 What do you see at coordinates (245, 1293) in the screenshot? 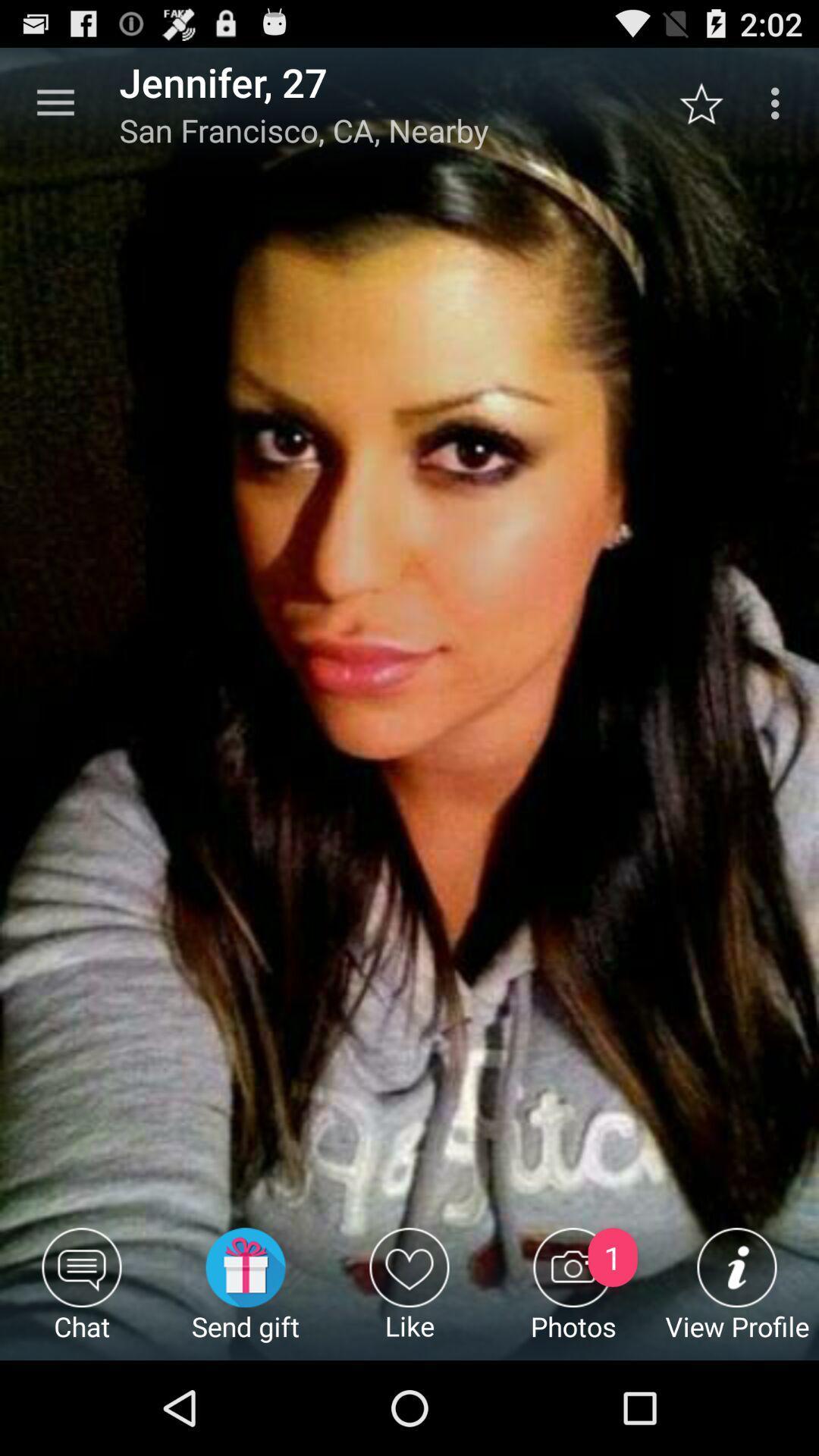
I see `the send gift icon` at bounding box center [245, 1293].